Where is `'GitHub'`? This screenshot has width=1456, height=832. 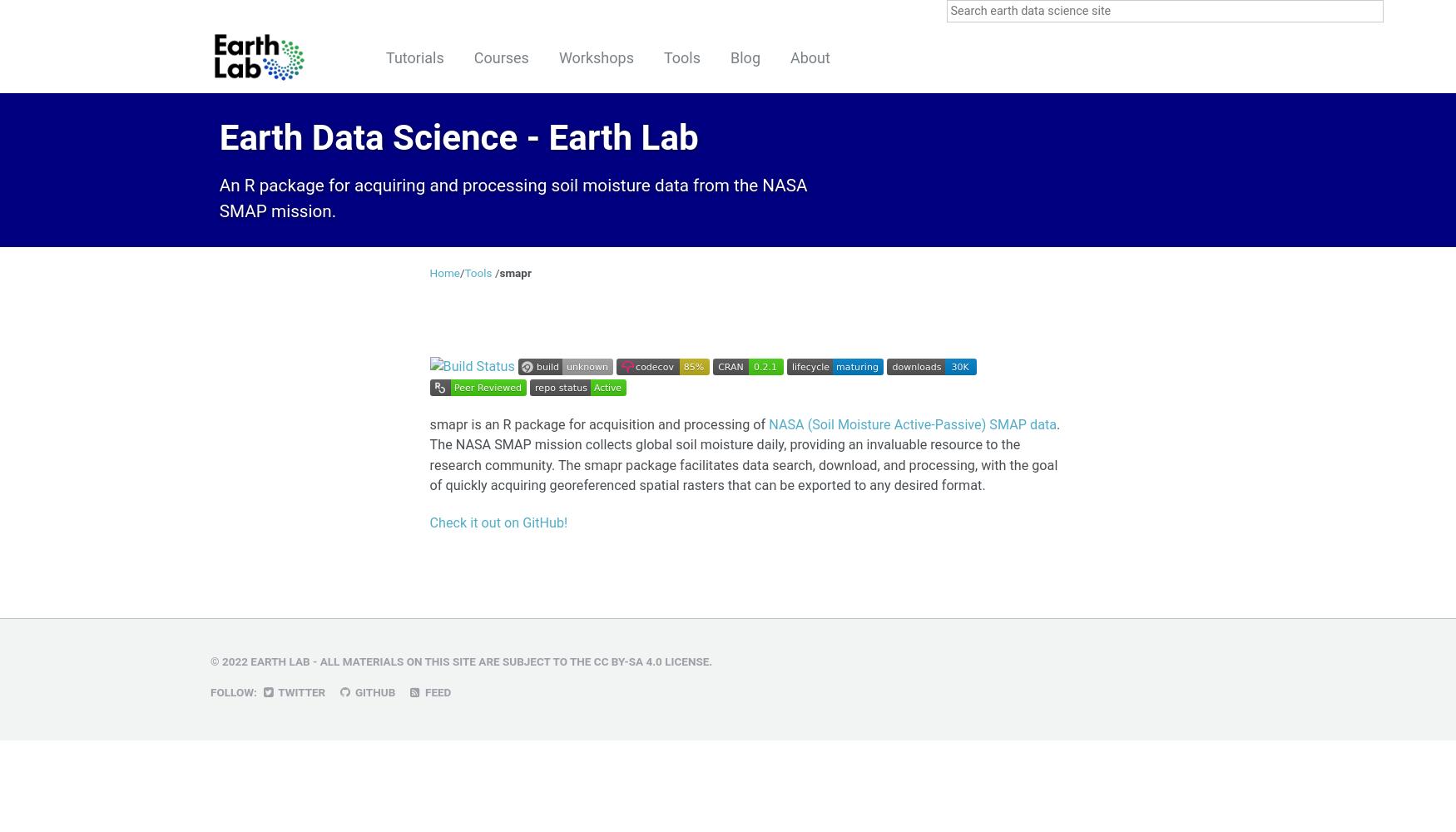
'GitHub' is located at coordinates (374, 691).